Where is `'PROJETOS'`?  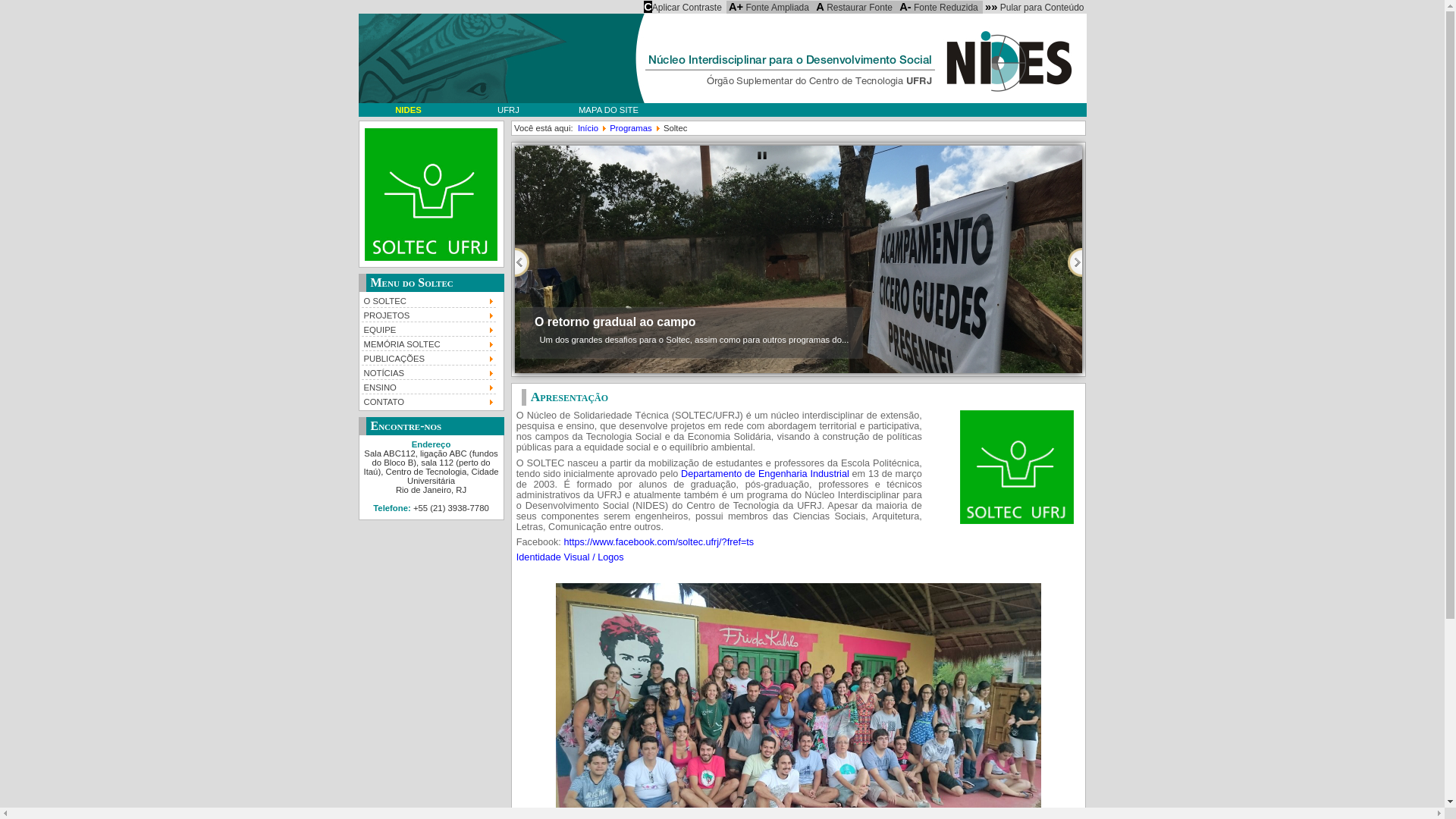
'PROJETOS' is located at coordinates (428, 313).